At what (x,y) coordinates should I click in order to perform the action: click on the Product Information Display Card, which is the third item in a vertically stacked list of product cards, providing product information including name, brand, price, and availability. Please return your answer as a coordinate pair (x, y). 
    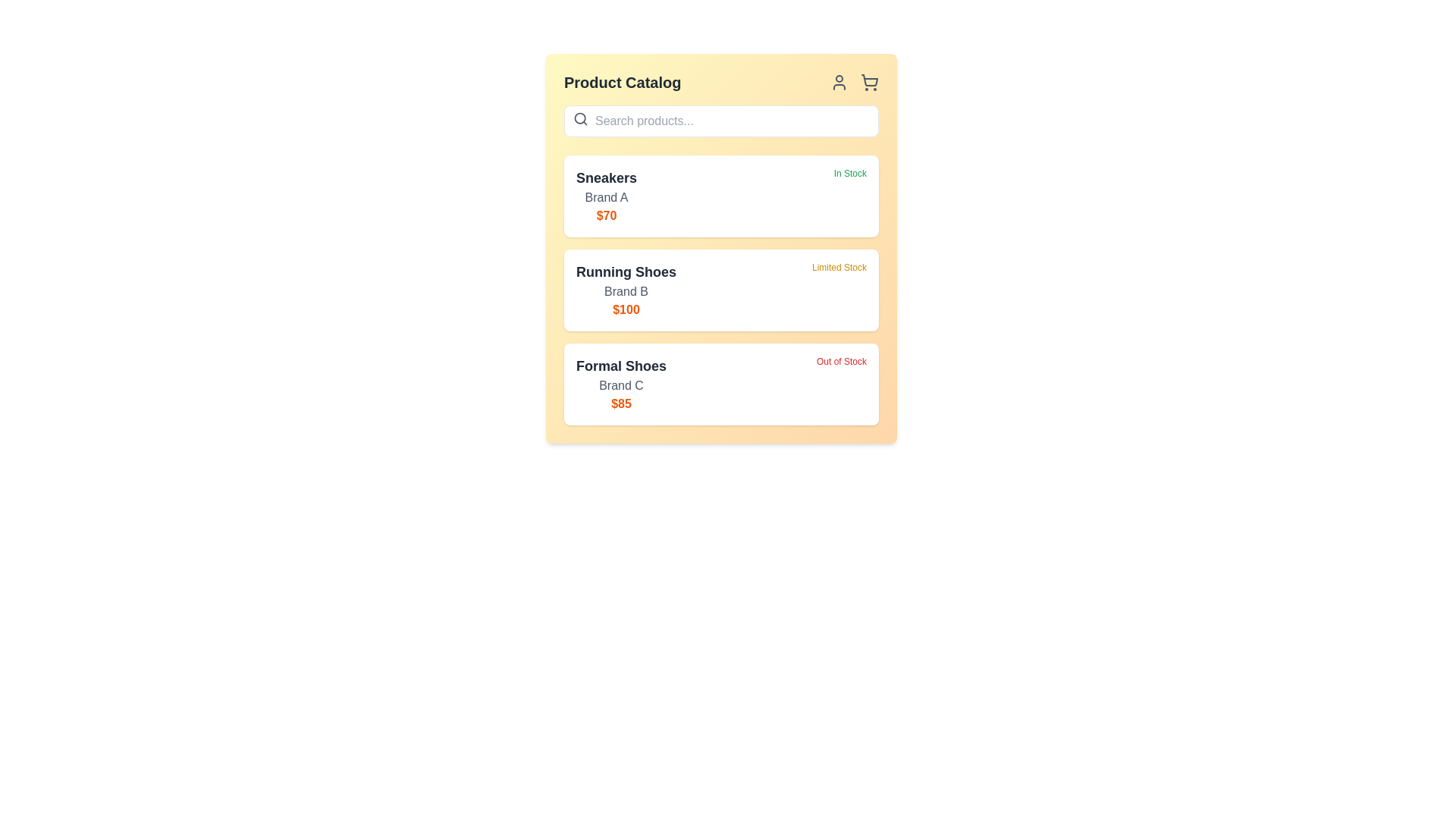
    Looking at the image, I should click on (720, 383).